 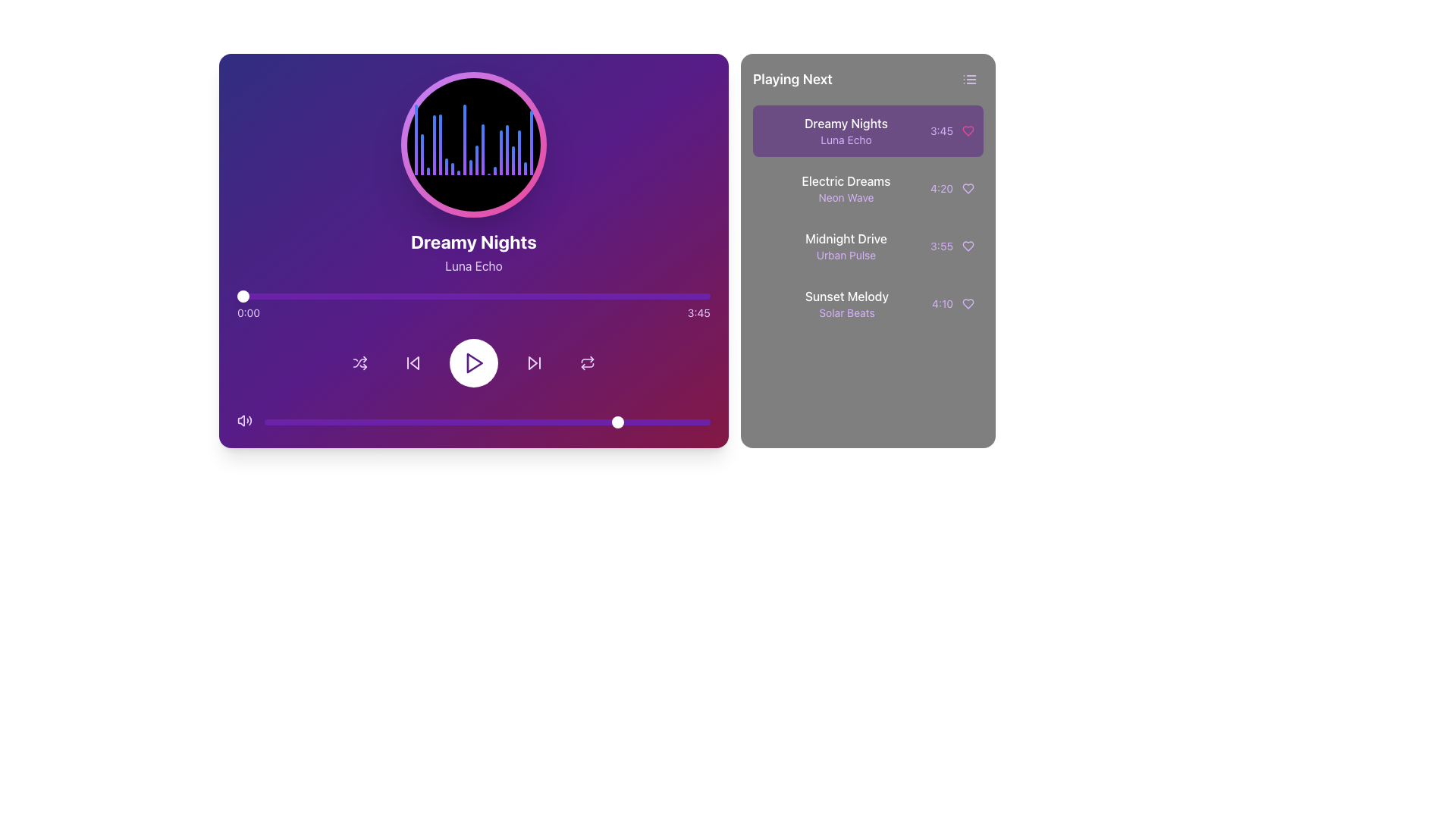 What do you see at coordinates (967, 304) in the screenshot?
I see `the heart-shaped icon outlined in purple, representing the last item in the 'Playing Next' section of the music app interface, located to the right of the 'Sunset Melody' text and the duration '4:10'` at bounding box center [967, 304].